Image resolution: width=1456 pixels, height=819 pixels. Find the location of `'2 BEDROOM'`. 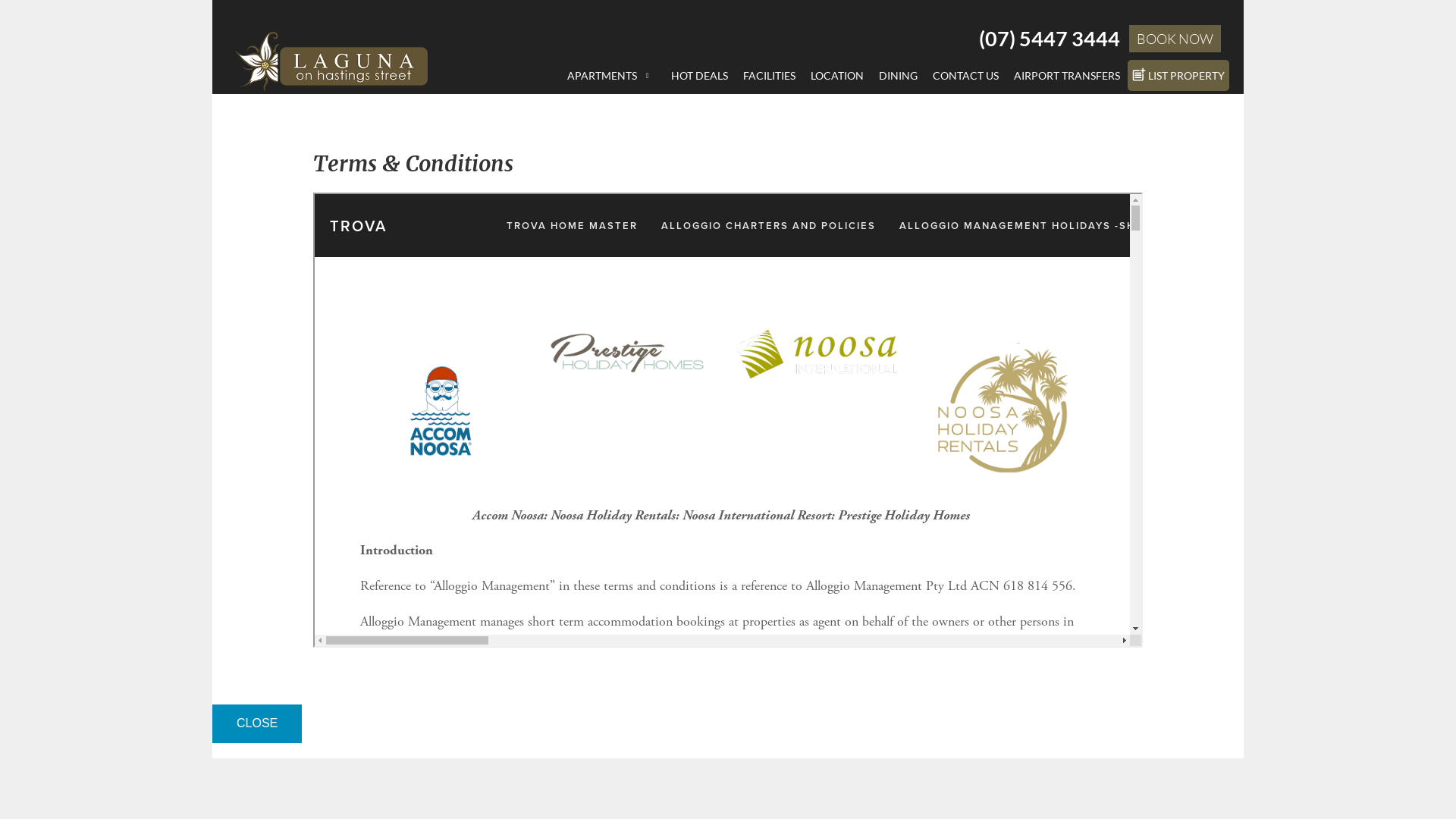

'2 BEDROOM' is located at coordinates (648, 116).